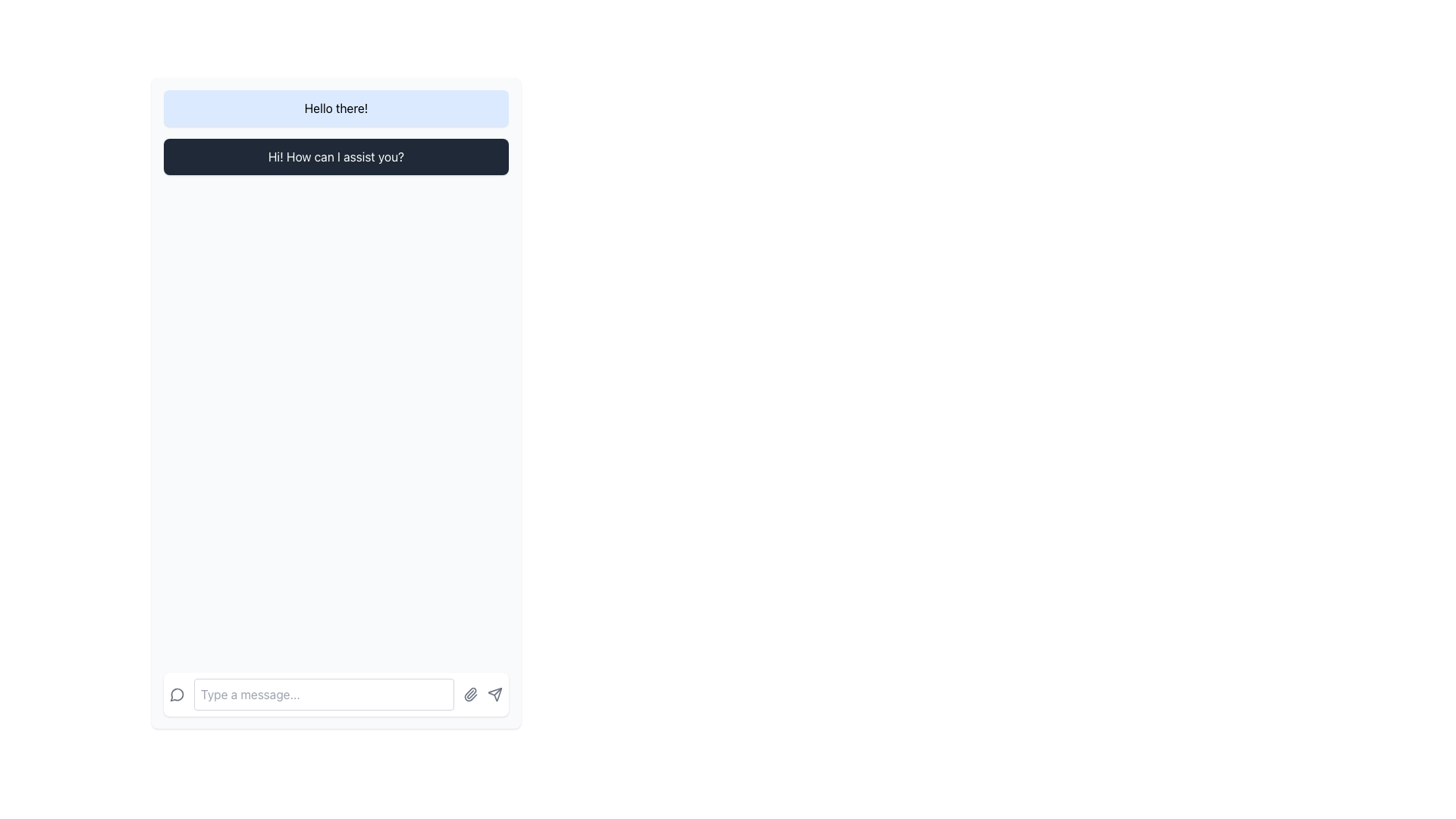  Describe the element at coordinates (497, 691) in the screenshot. I see `the diagonal arrow icon in the bottom-right corner of the interface` at that location.